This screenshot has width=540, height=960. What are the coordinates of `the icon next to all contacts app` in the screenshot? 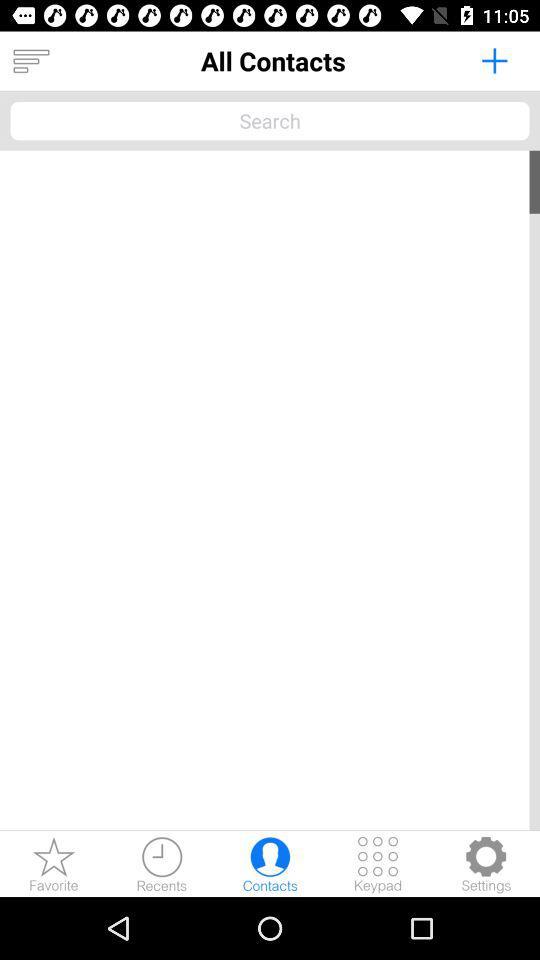 It's located at (30, 61).